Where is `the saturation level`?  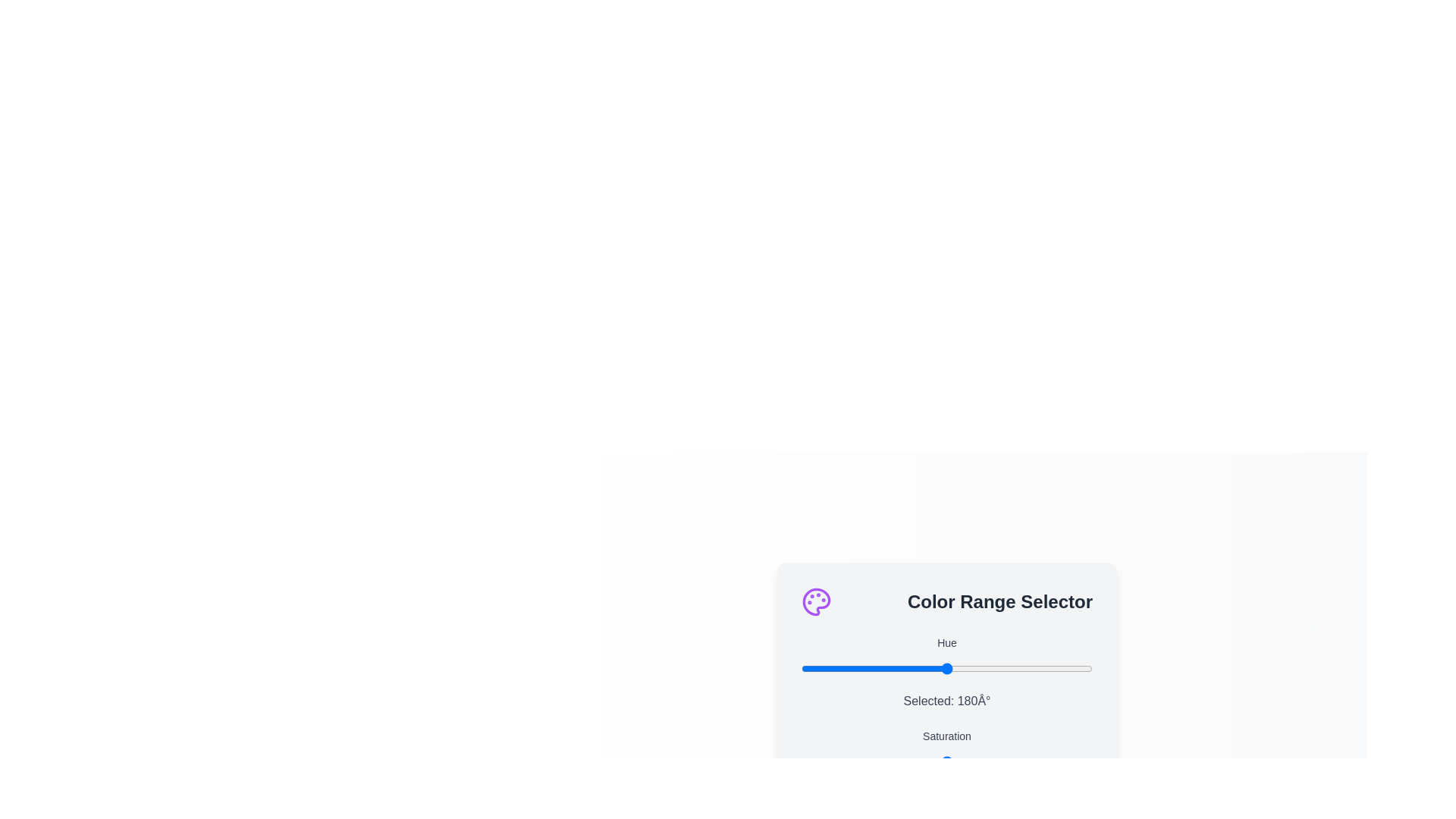
the saturation level is located at coordinates (973, 761).